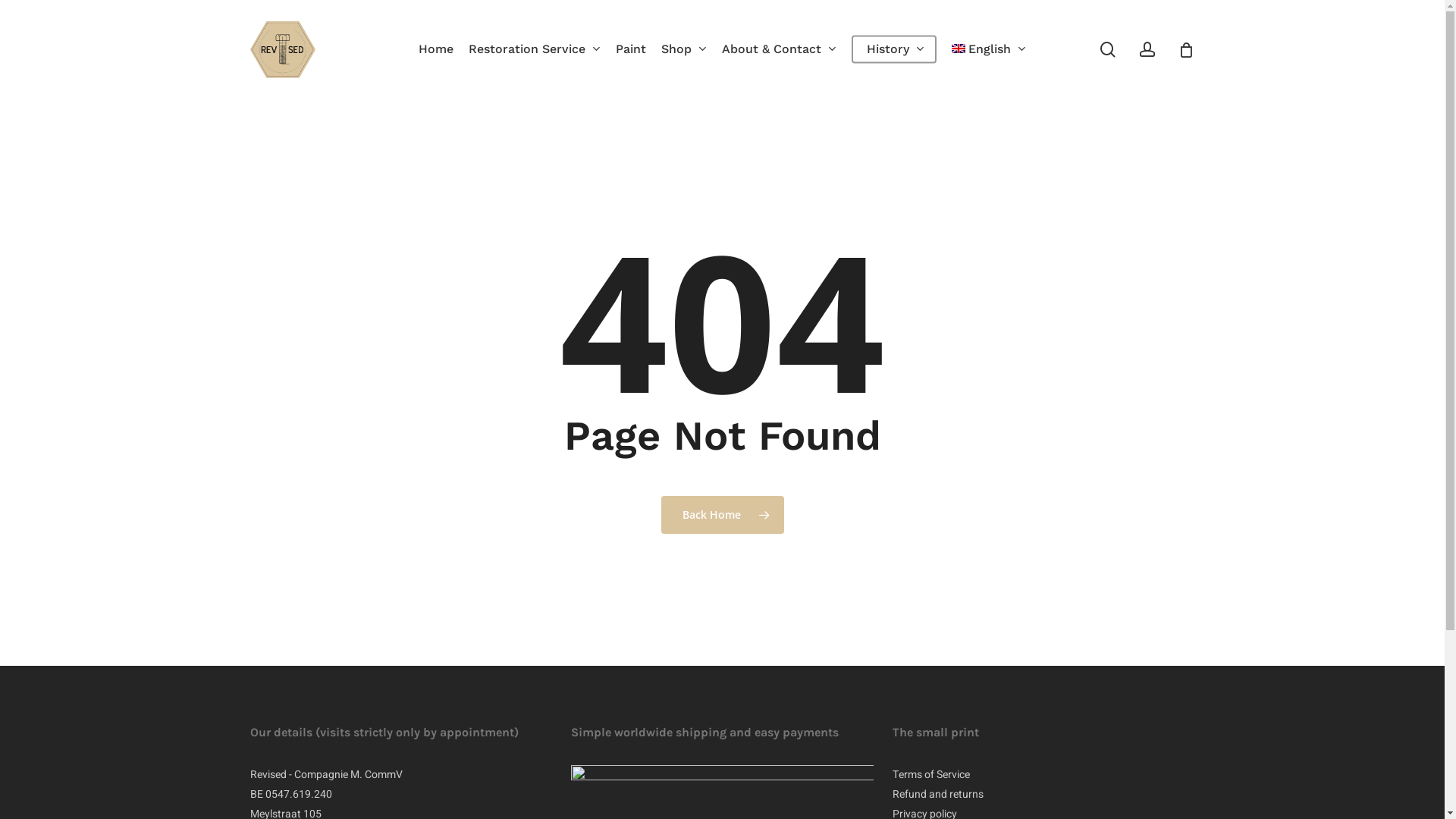 This screenshot has height=819, width=1456. What do you see at coordinates (937, 793) in the screenshot?
I see `'Refund and returns'` at bounding box center [937, 793].